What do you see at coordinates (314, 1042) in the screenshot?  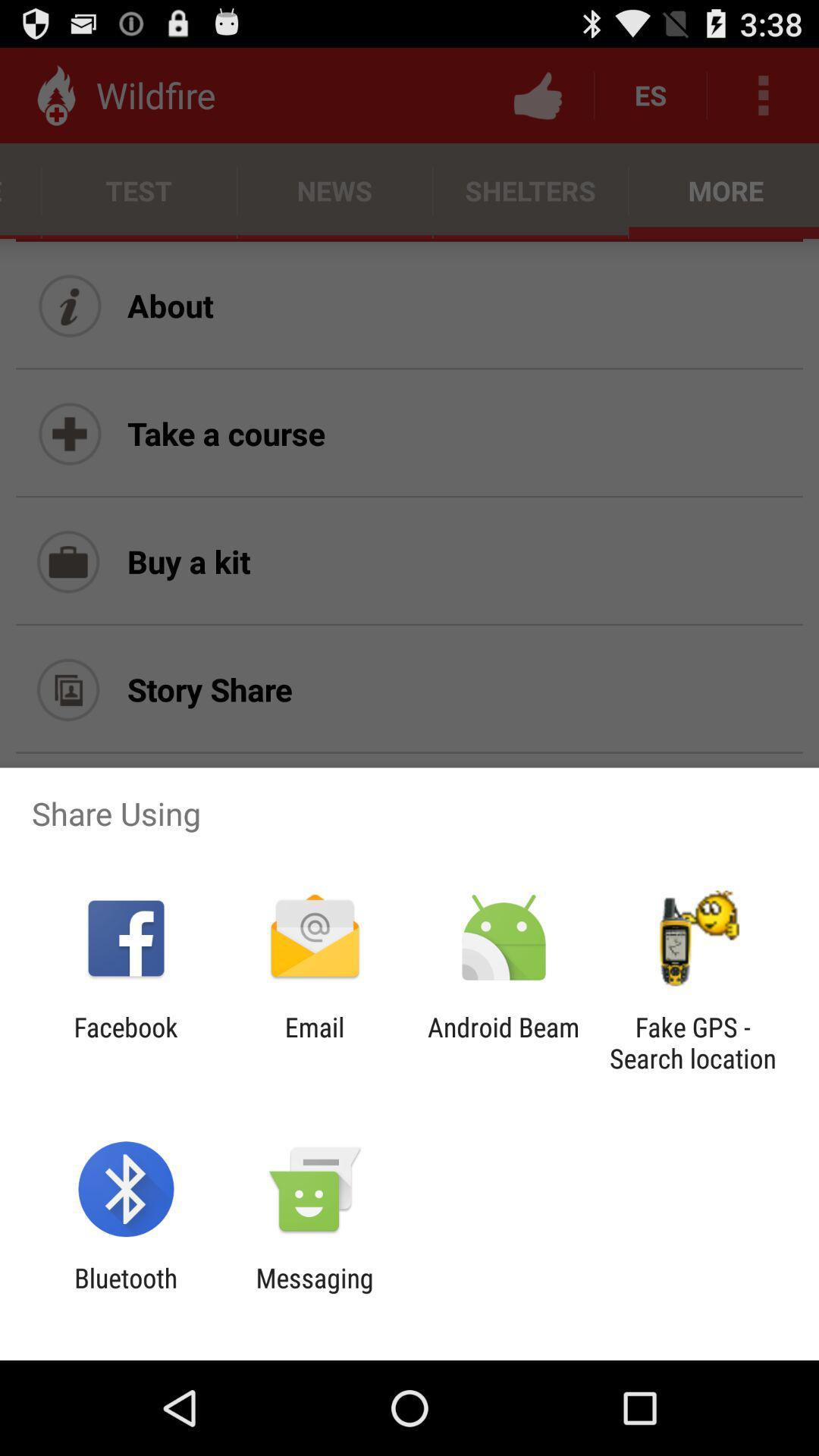 I see `the item to the left of the android beam` at bounding box center [314, 1042].